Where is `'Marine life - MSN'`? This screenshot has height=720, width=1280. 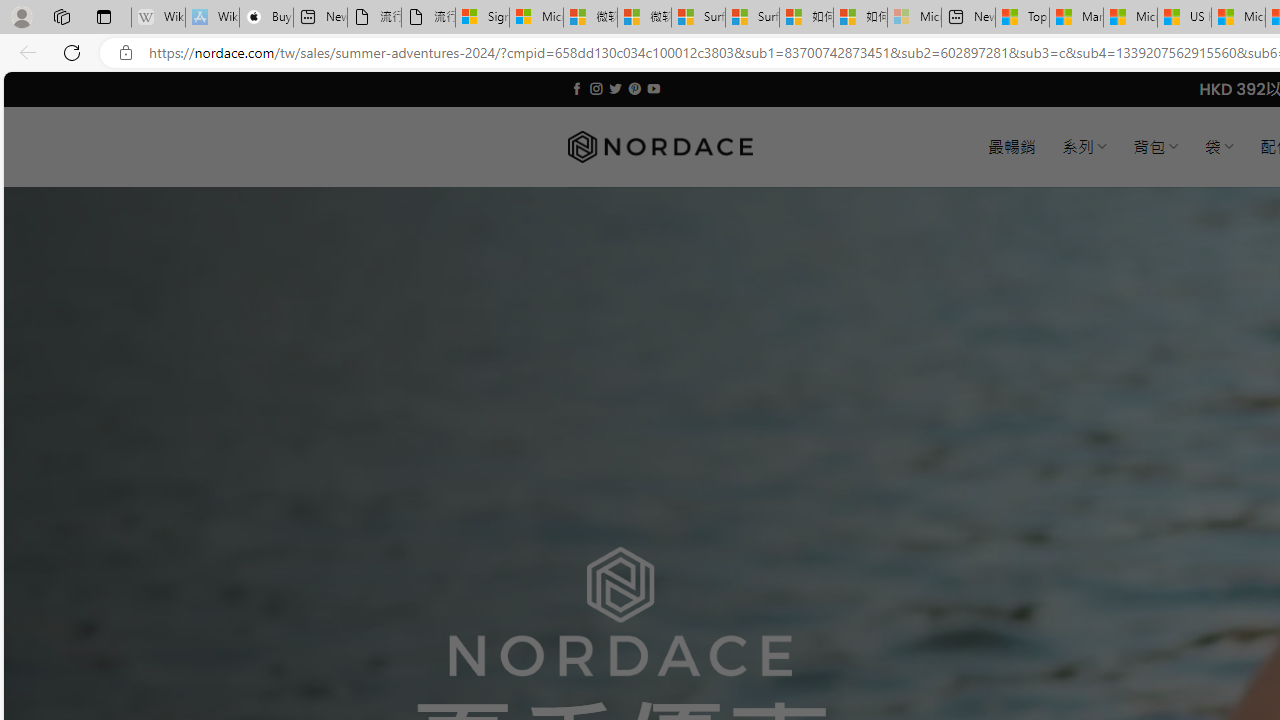
'Marine life - MSN' is located at coordinates (1075, 17).